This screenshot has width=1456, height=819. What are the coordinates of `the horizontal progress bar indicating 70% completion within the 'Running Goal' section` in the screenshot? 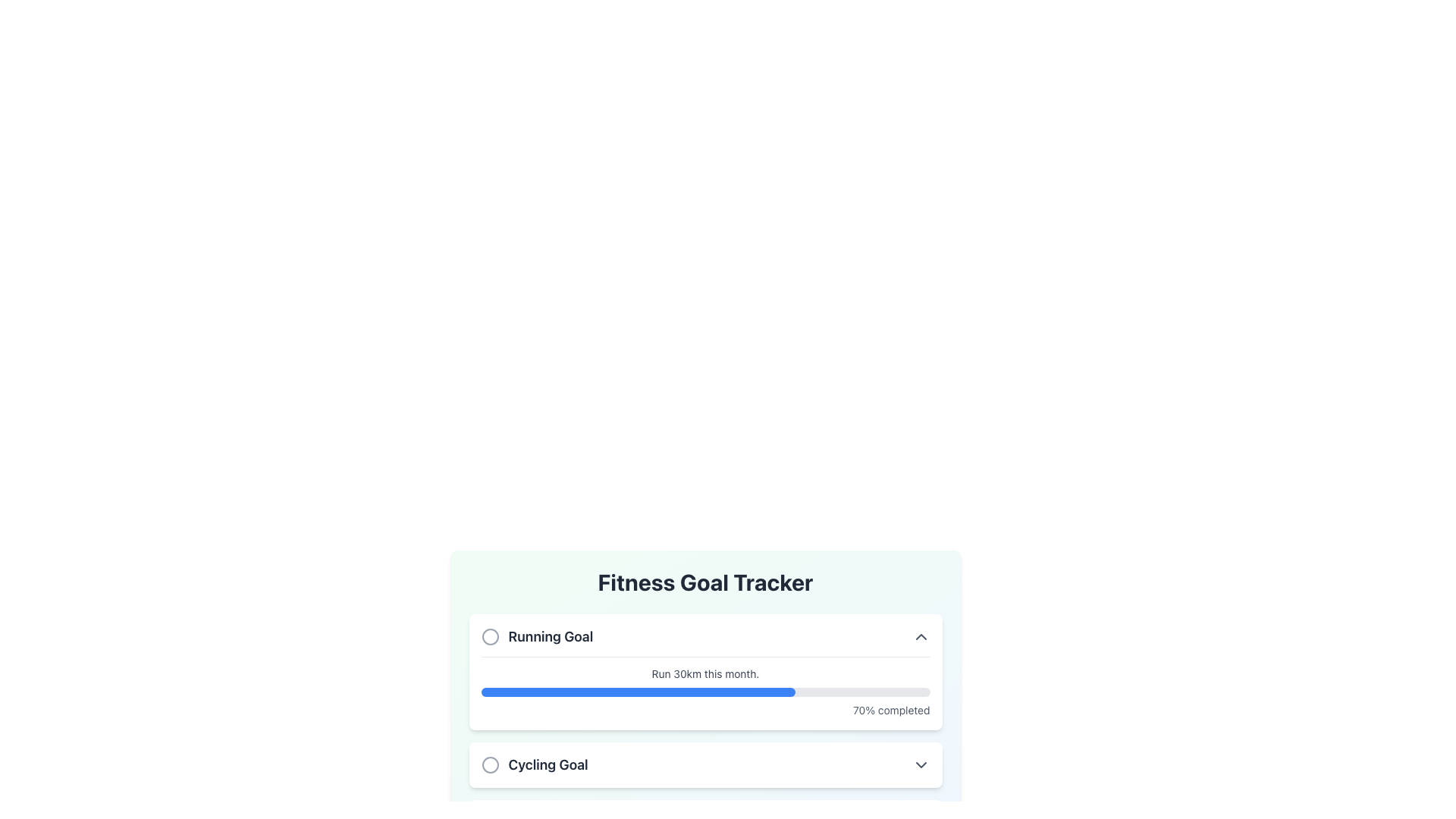 It's located at (704, 692).